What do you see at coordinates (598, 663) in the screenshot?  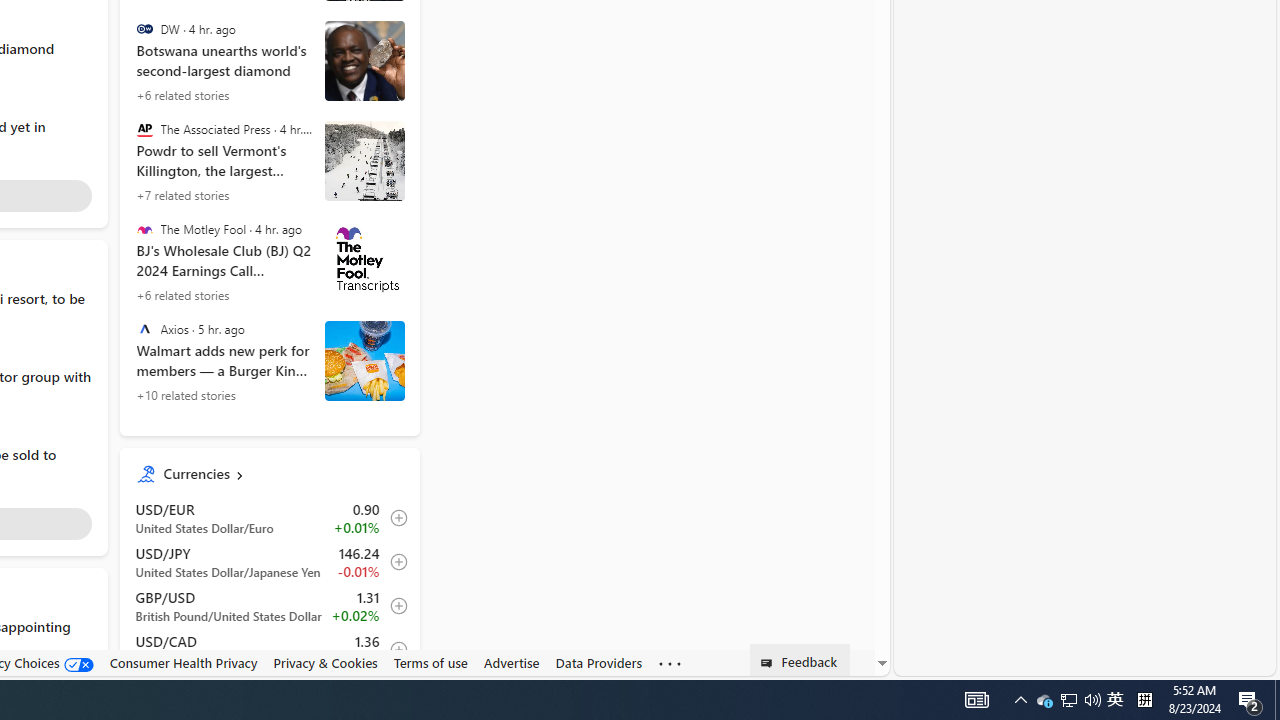 I see `'Data Providers'` at bounding box center [598, 663].